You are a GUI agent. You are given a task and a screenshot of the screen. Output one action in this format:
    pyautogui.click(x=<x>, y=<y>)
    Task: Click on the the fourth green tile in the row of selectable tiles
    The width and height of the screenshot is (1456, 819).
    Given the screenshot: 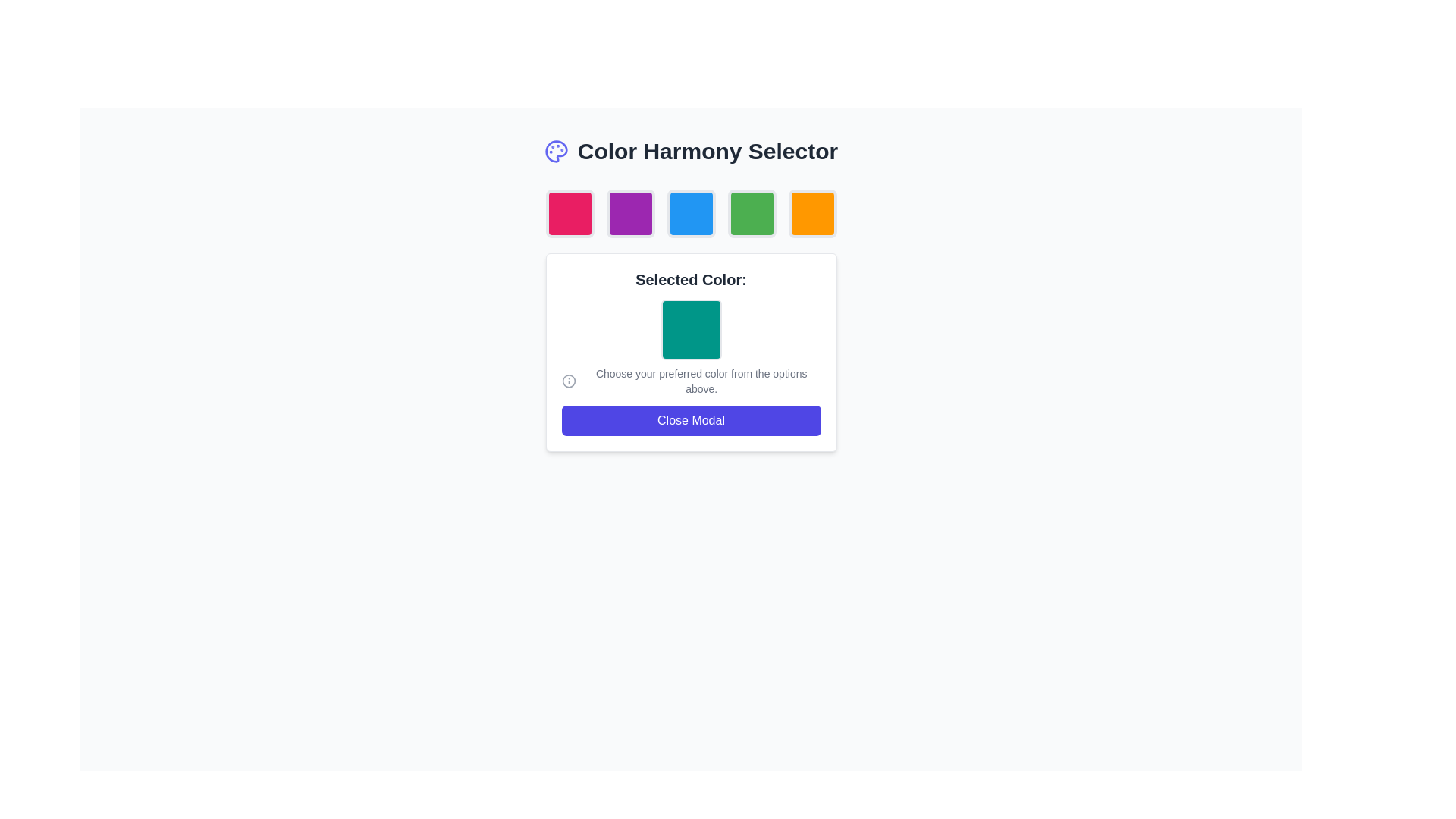 What is the action you would take?
    pyautogui.click(x=752, y=213)
    